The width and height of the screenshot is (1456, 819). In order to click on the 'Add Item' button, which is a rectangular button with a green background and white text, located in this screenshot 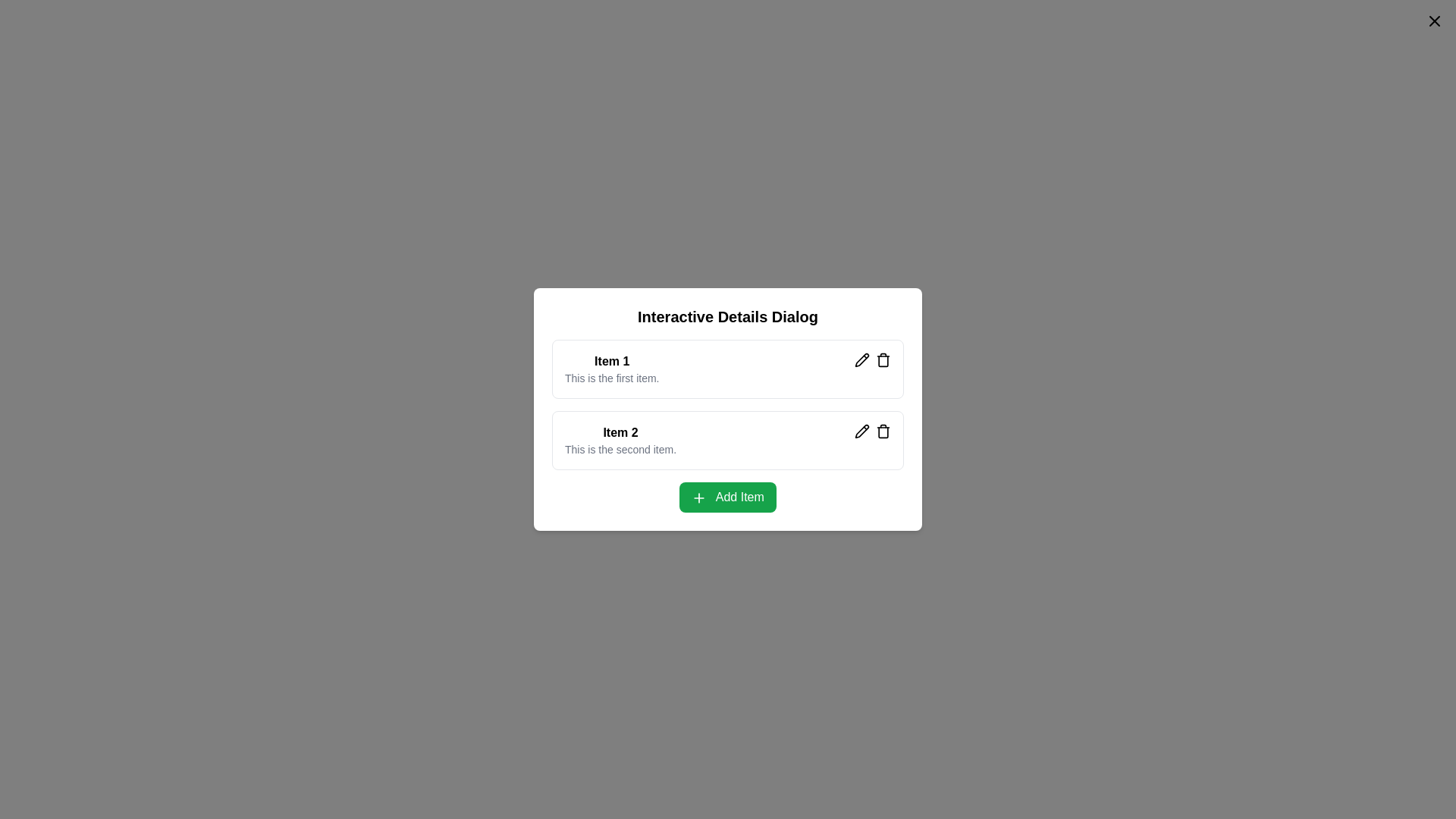, I will do `click(728, 497)`.